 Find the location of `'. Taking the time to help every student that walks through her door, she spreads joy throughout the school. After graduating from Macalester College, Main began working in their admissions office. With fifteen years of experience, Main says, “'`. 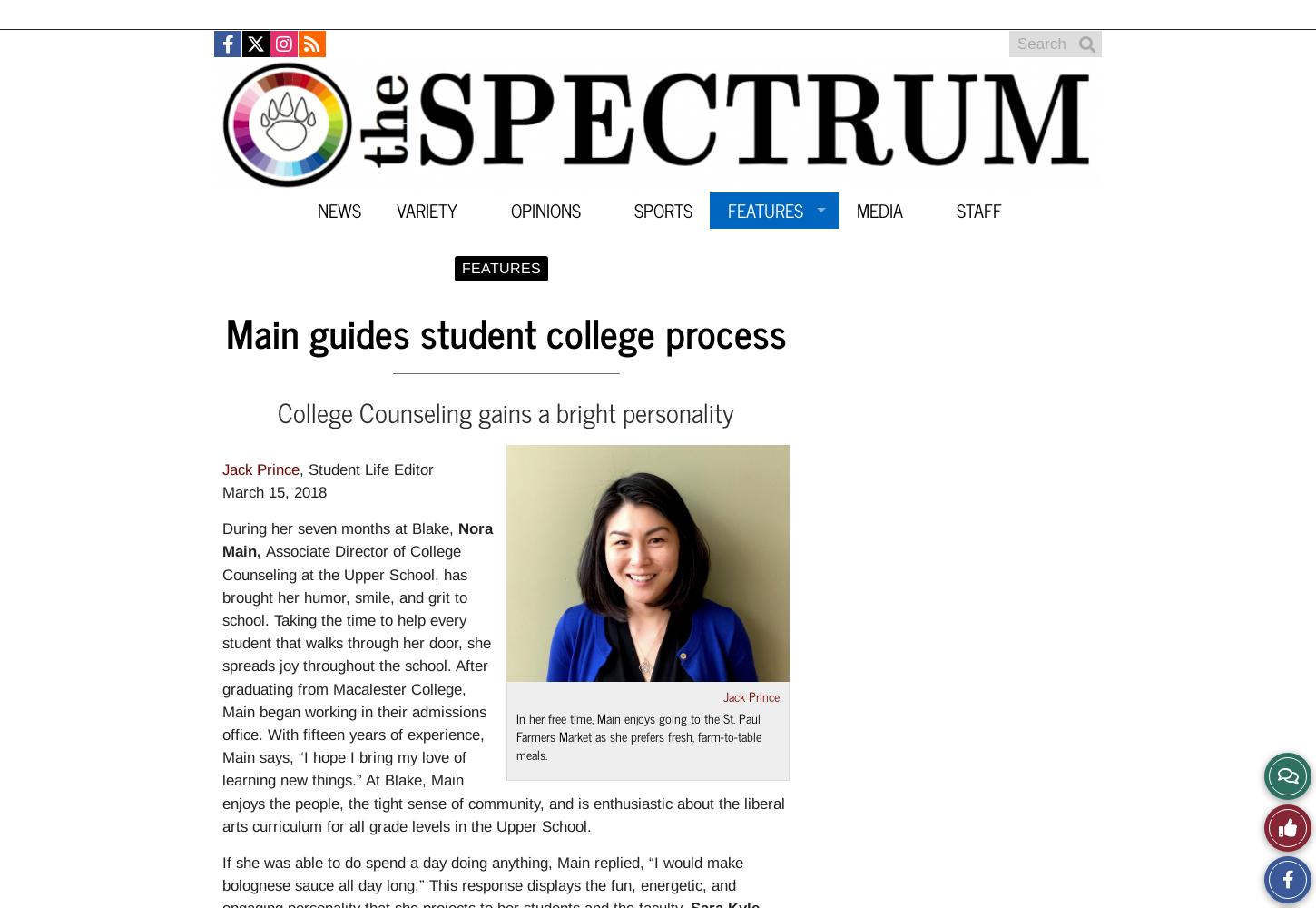

'. Taking the time to help every student that walks through her door, she spreads joy throughout the school. After graduating from Macalester College, Main began working in their admissions office. With fifteen years of experience, Main says, “' is located at coordinates (355, 689).